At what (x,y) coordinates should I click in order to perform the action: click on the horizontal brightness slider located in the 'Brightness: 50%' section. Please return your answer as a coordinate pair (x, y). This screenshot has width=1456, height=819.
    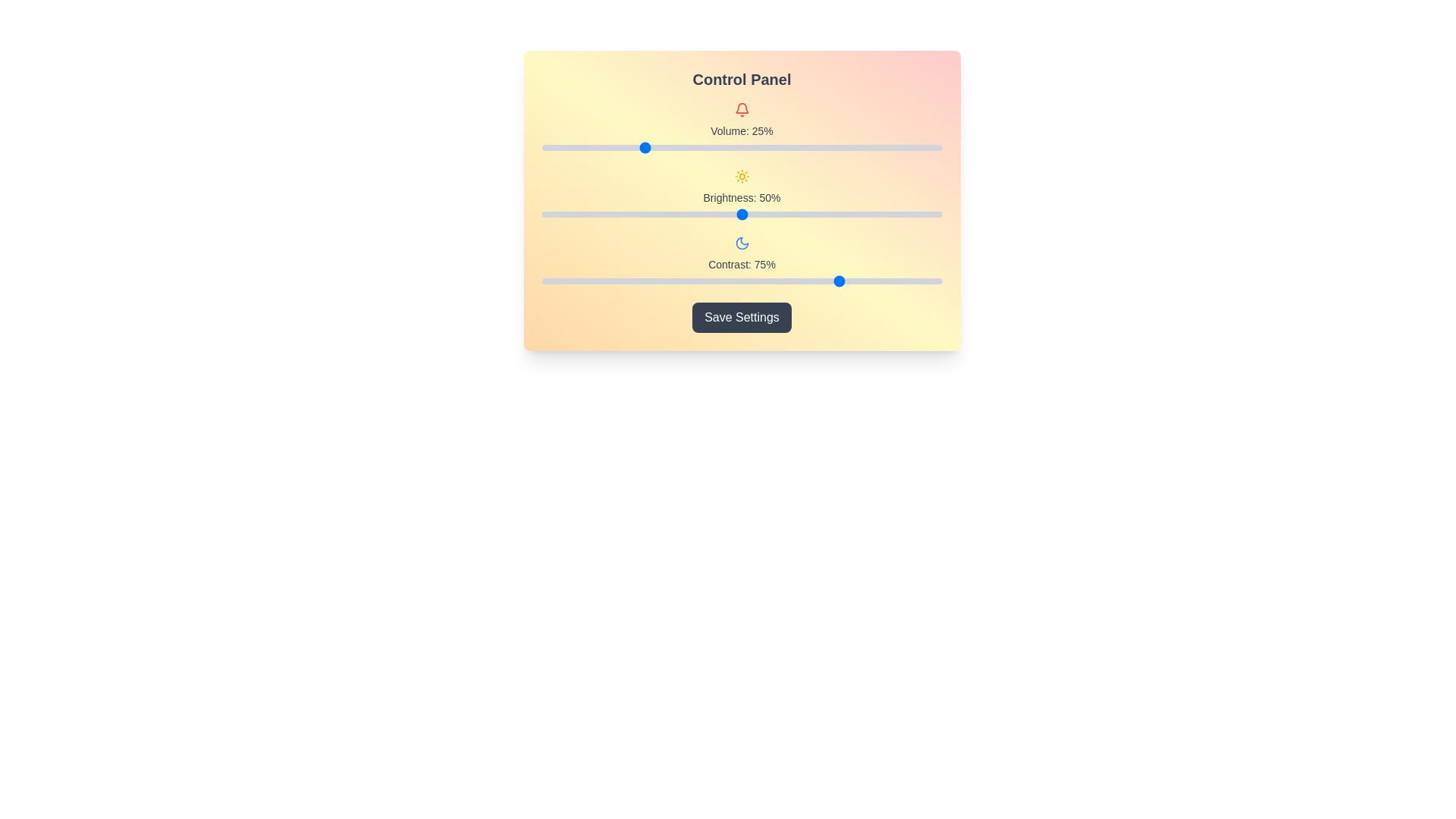
    Looking at the image, I should click on (742, 214).